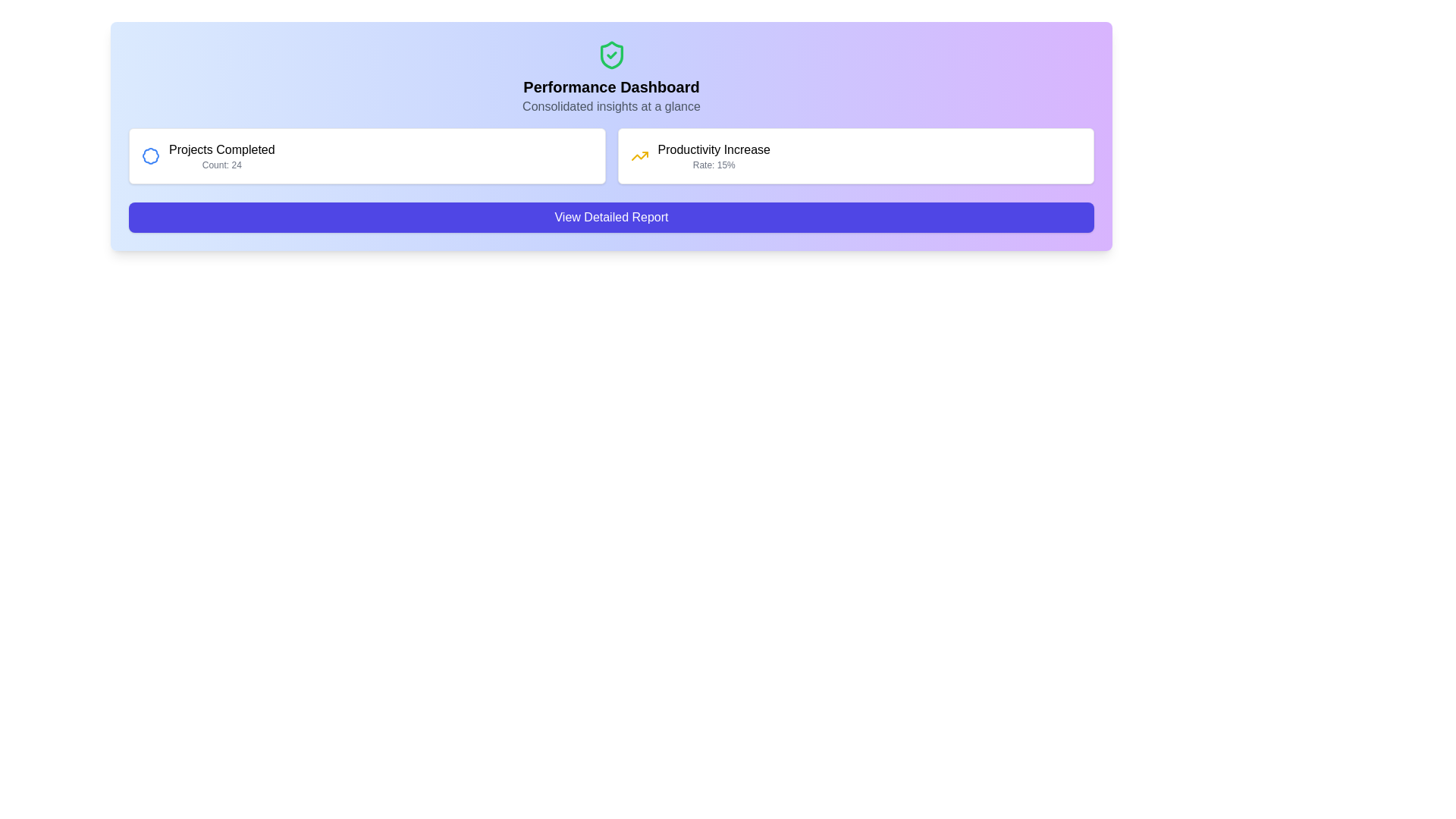  What do you see at coordinates (713, 155) in the screenshot?
I see `the text display area that indicates a productivity increase rate of 15%, located in the upper-right section of the interface, as the second information card` at bounding box center [713, 155].